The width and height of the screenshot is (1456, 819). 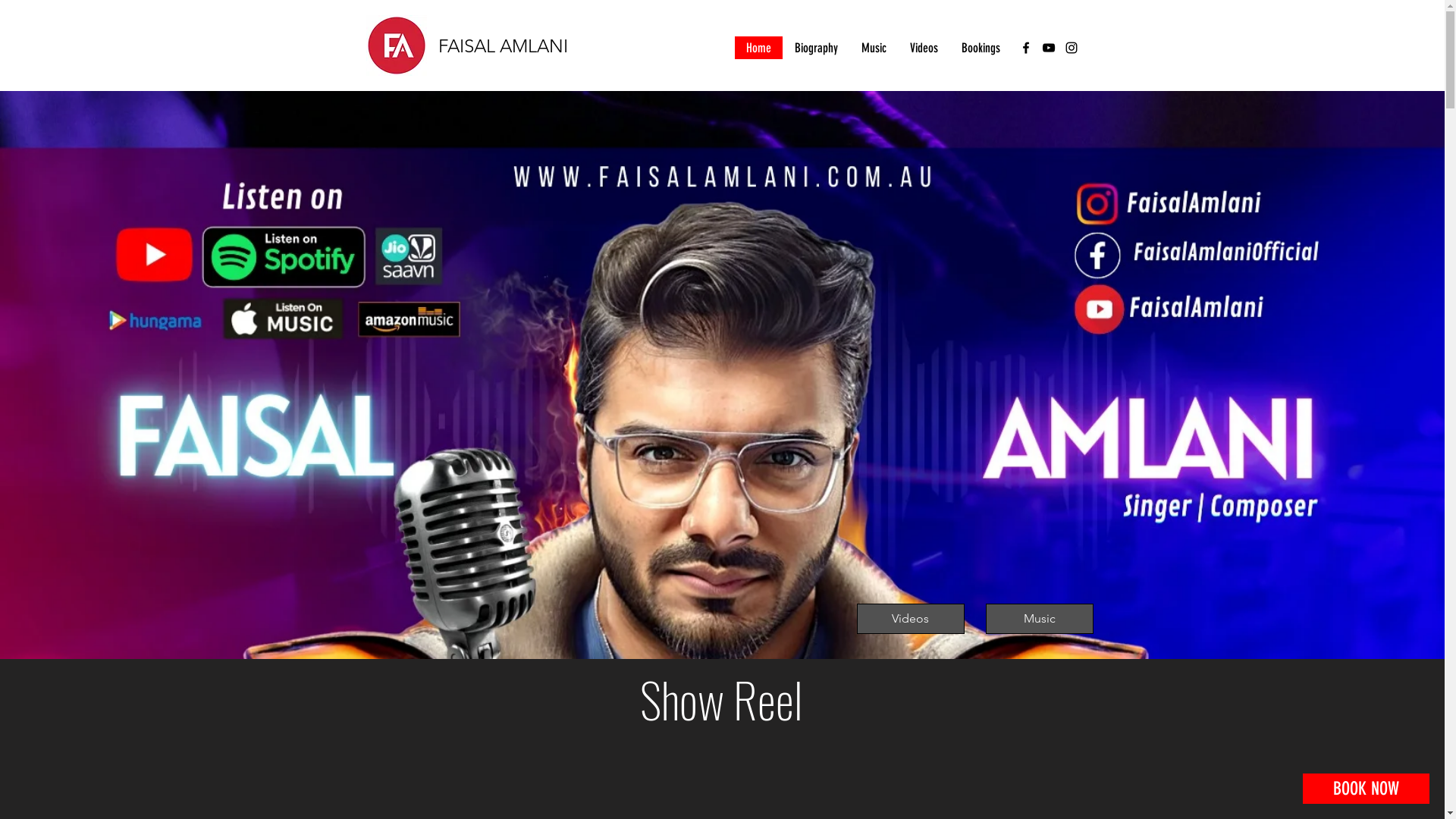 I want to click on 'Biography', so click(x=814, y=46).